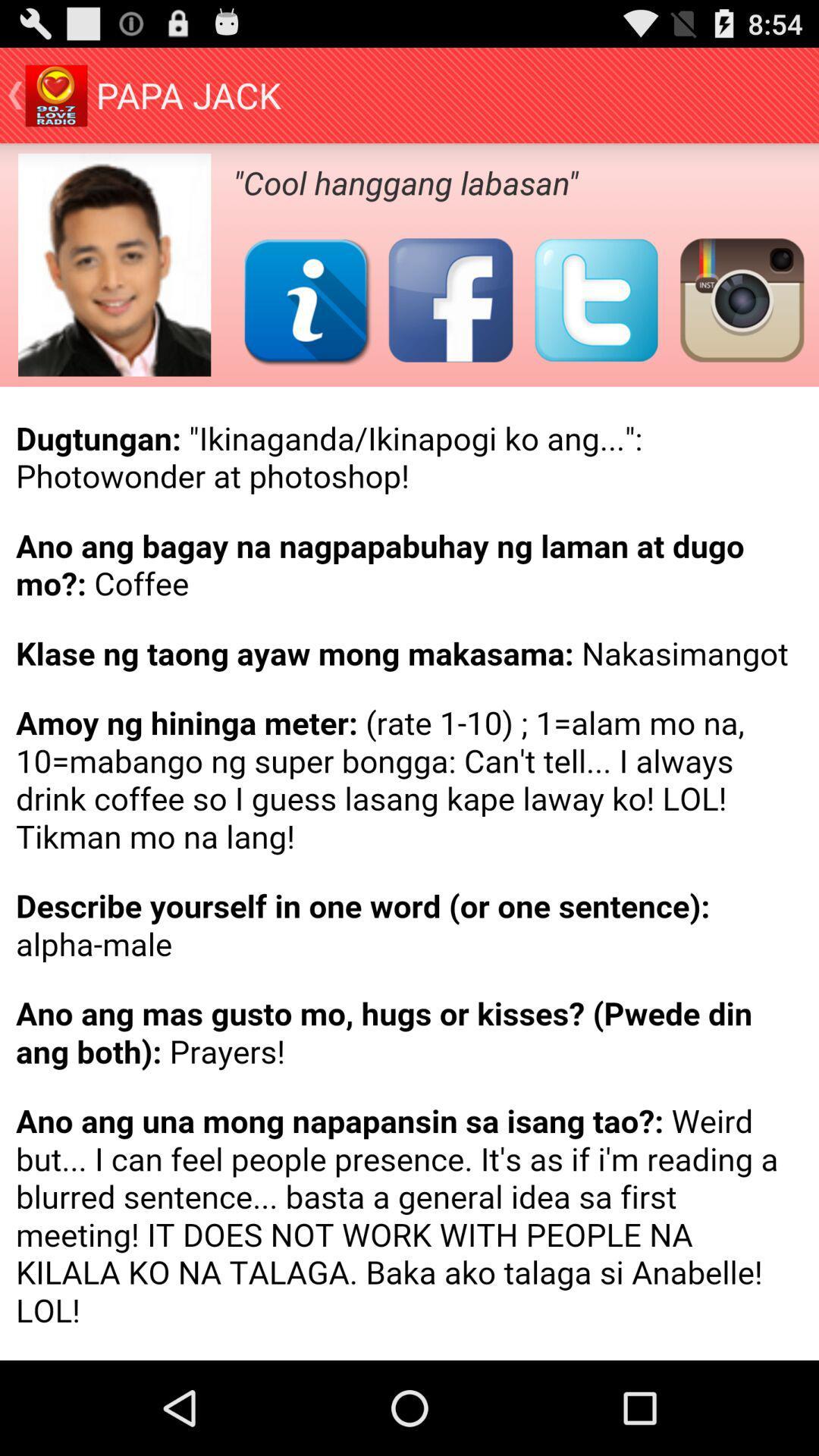  Describe the element at coordinates (595, 300) in the screenshot. I see `share on twitter button` at that location.